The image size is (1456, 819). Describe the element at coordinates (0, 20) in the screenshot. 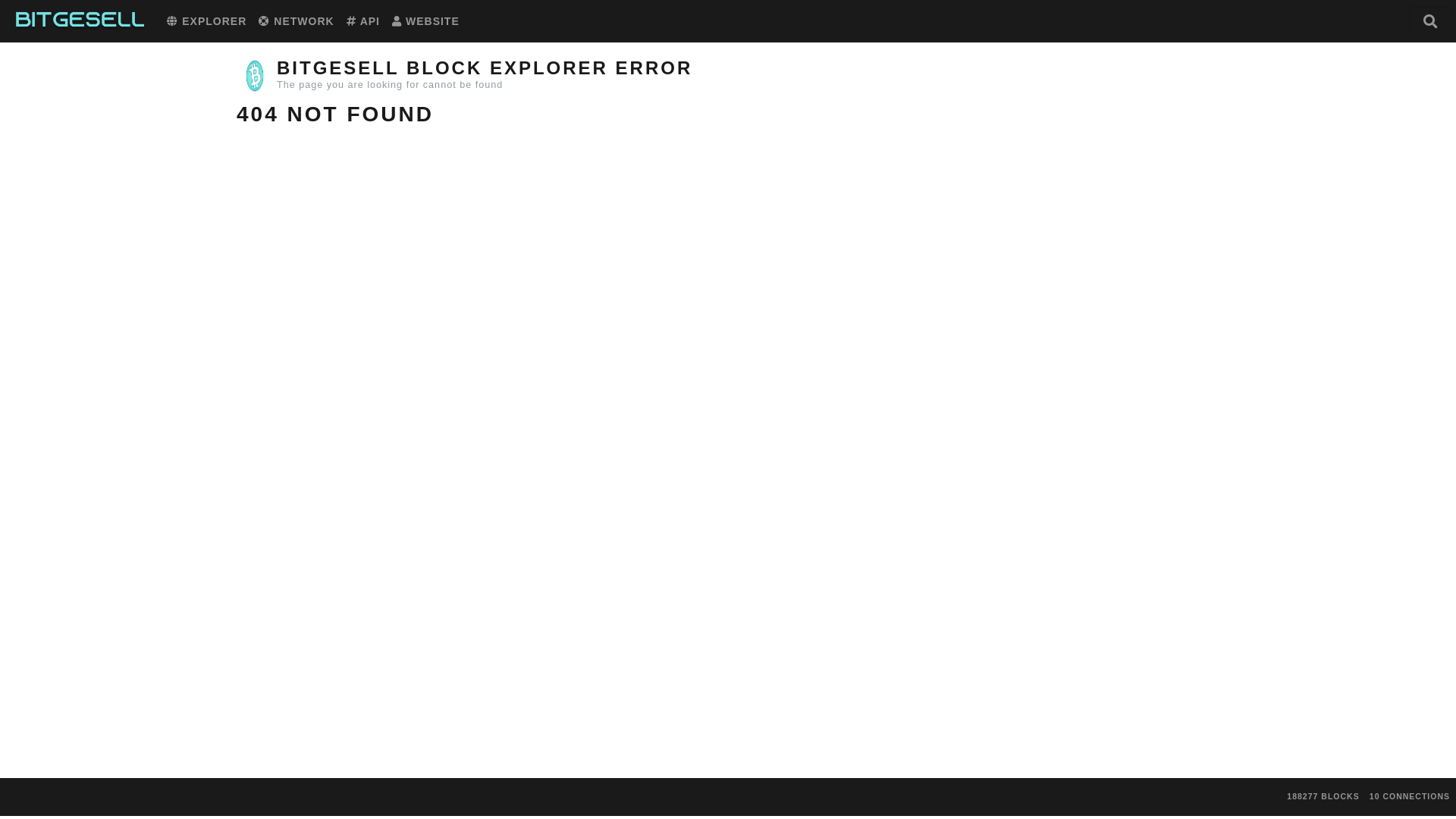

I see `'Bitgesell Home'` at that location.